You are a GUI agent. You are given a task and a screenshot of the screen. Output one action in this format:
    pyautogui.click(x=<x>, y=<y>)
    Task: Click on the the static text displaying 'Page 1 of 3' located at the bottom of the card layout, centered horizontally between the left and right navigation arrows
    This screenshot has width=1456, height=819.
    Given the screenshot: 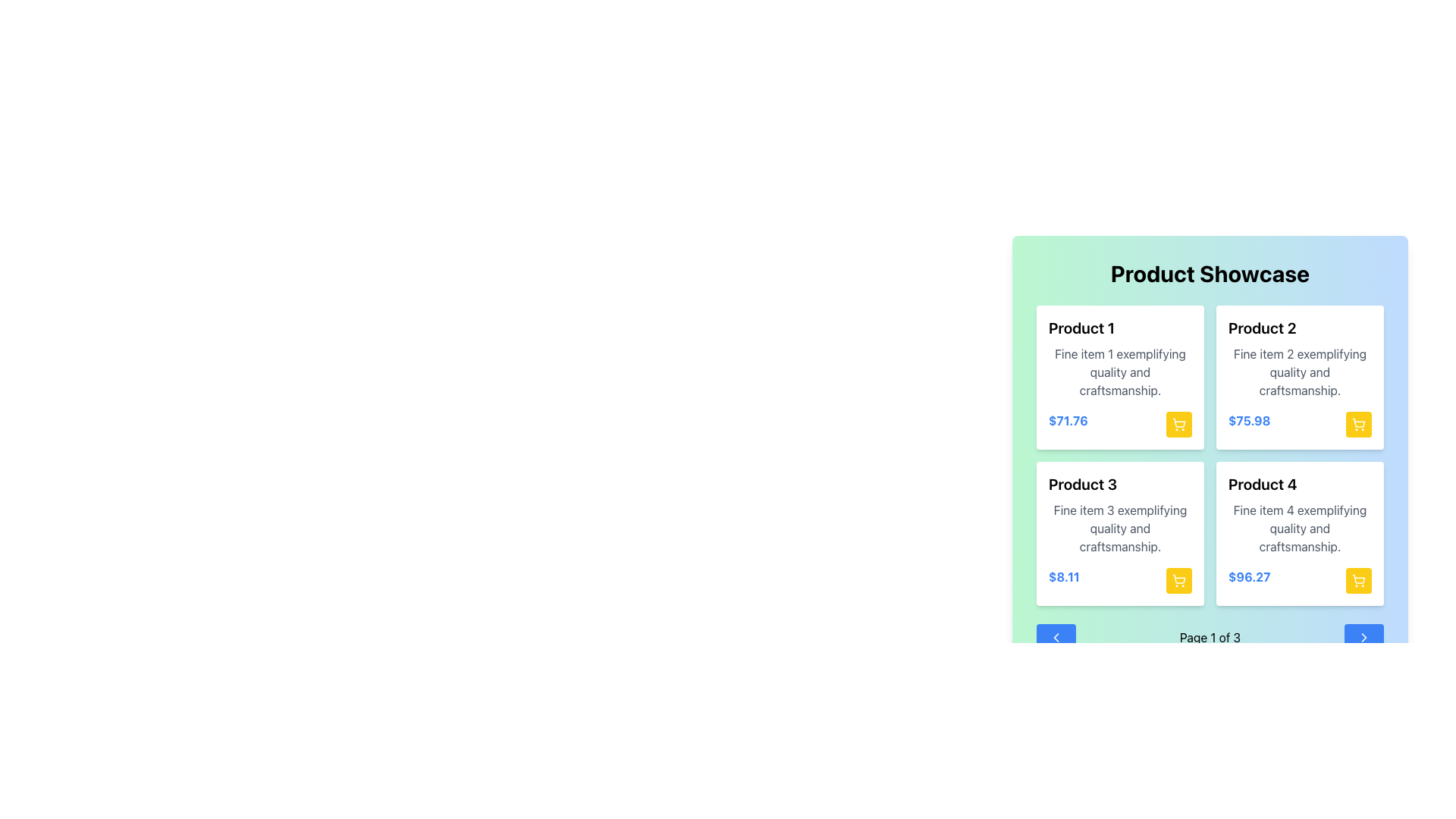 What is the action you would take?
    pyautogui.click(x=1210, y=637)
    